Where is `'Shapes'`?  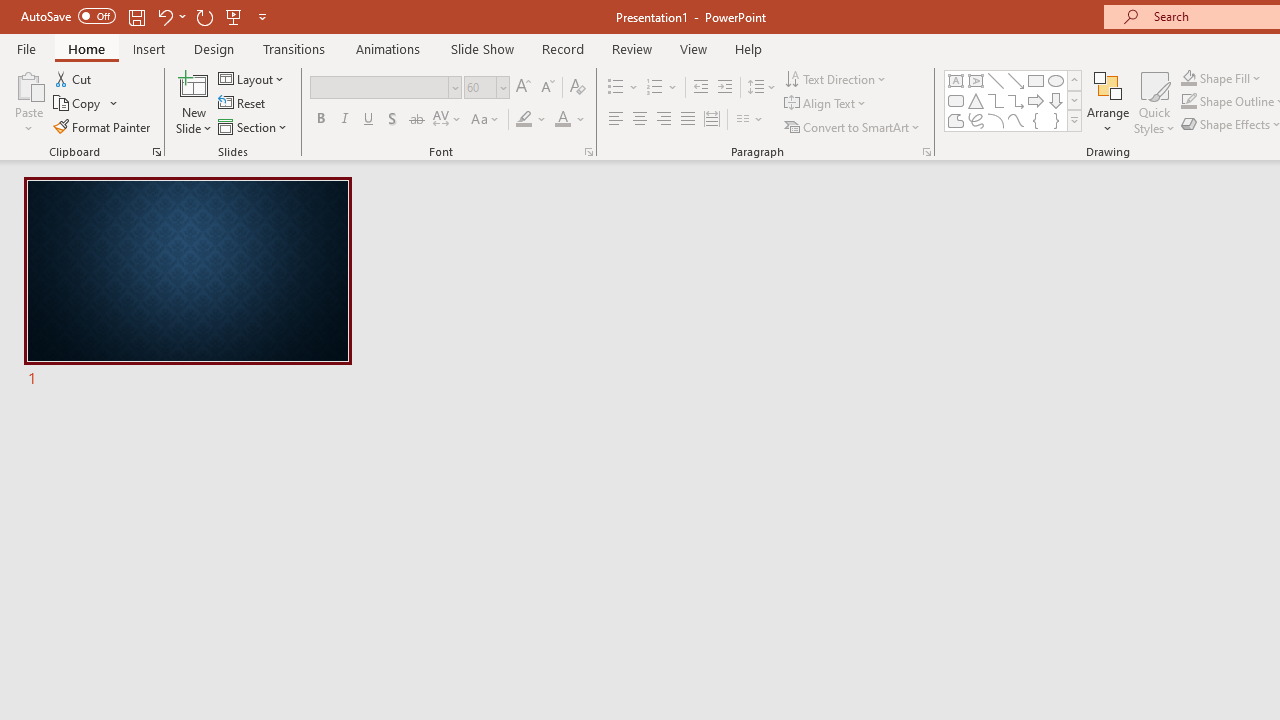
'Shapes' is located at coordinates (1073, 120).